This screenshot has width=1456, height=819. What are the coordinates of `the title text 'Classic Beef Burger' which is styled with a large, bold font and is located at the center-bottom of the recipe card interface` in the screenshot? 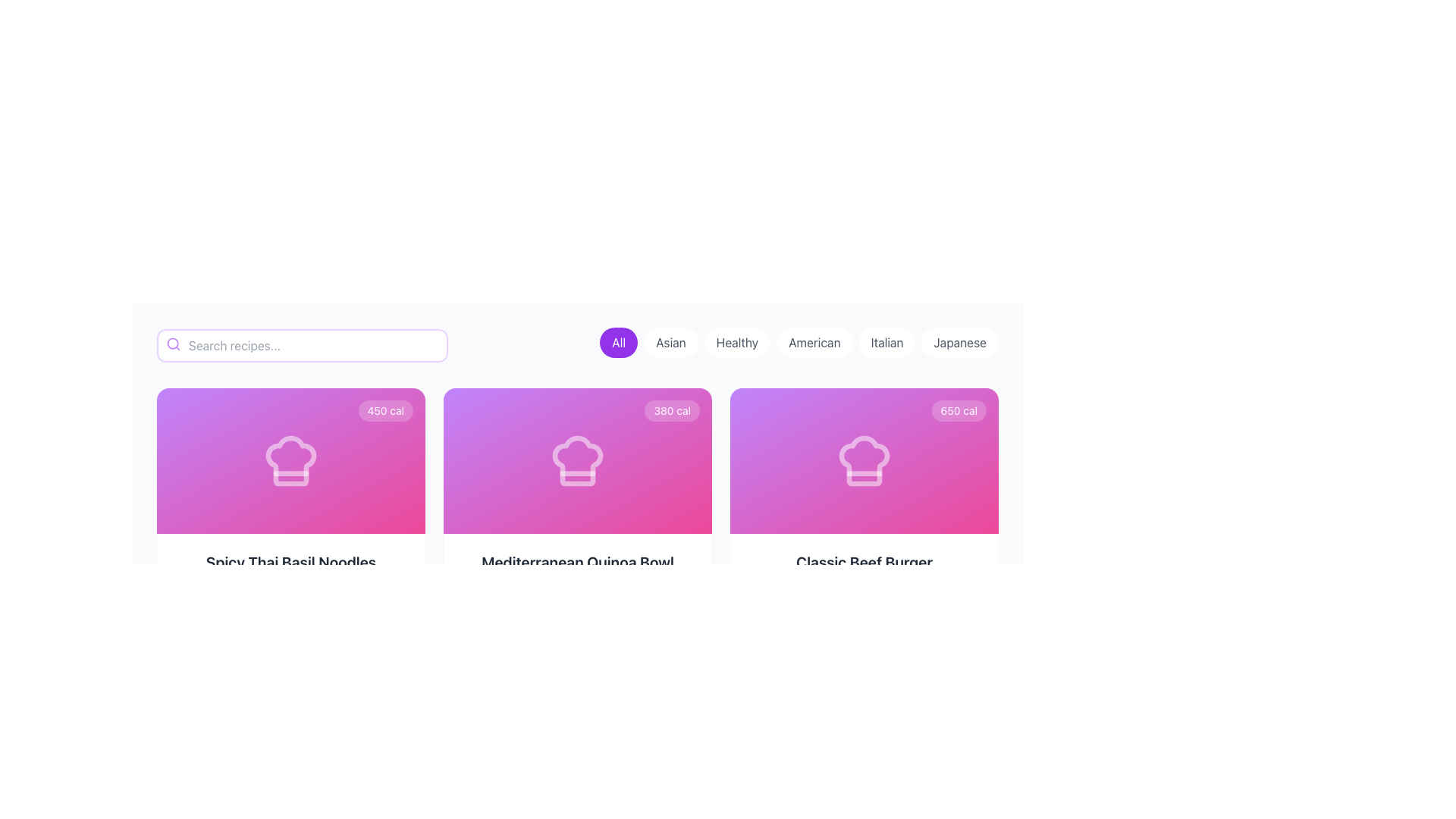 It's located at (864, 562).